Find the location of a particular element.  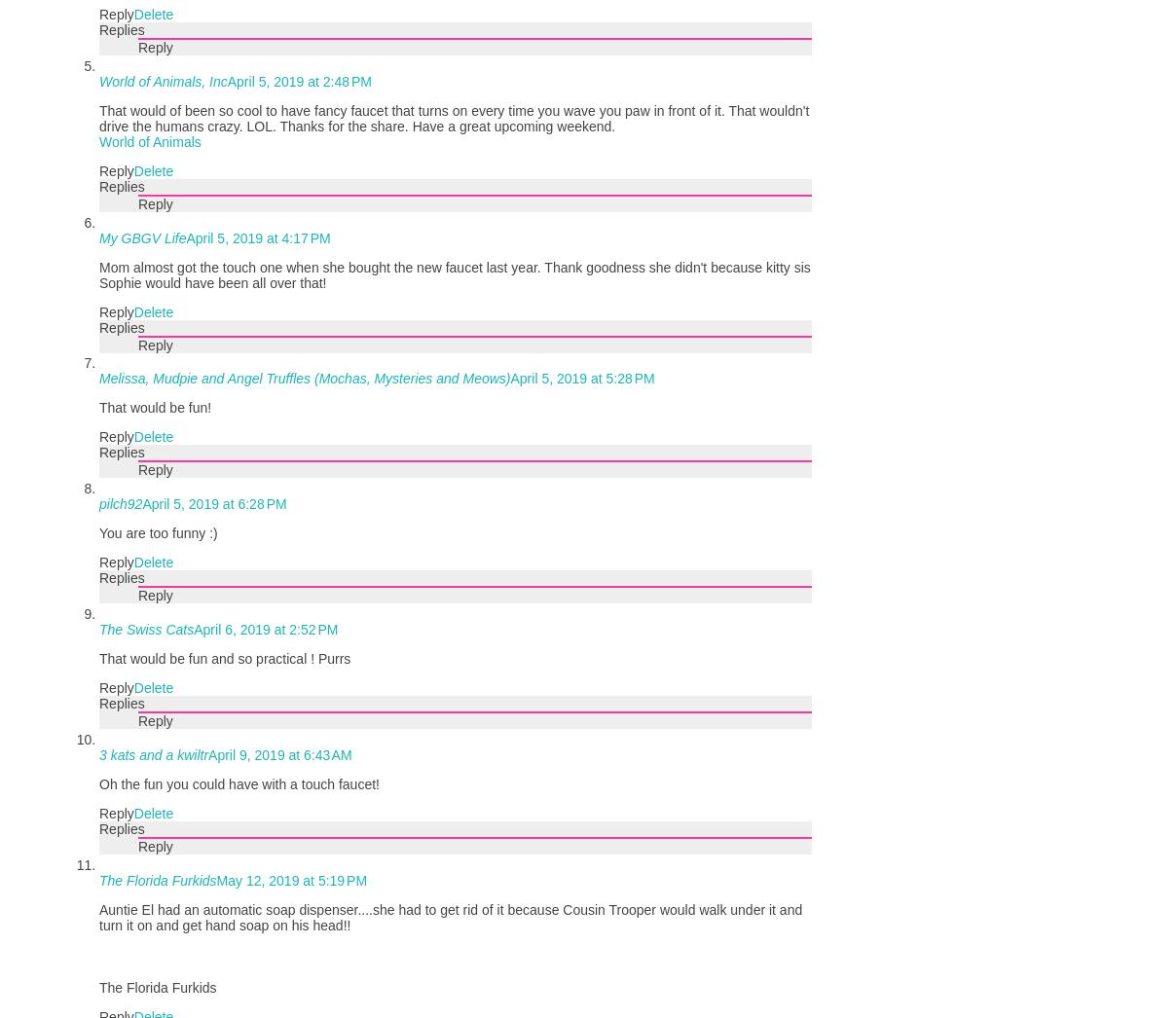

'The Swiss Cats' is located at coordinates (145, 628).